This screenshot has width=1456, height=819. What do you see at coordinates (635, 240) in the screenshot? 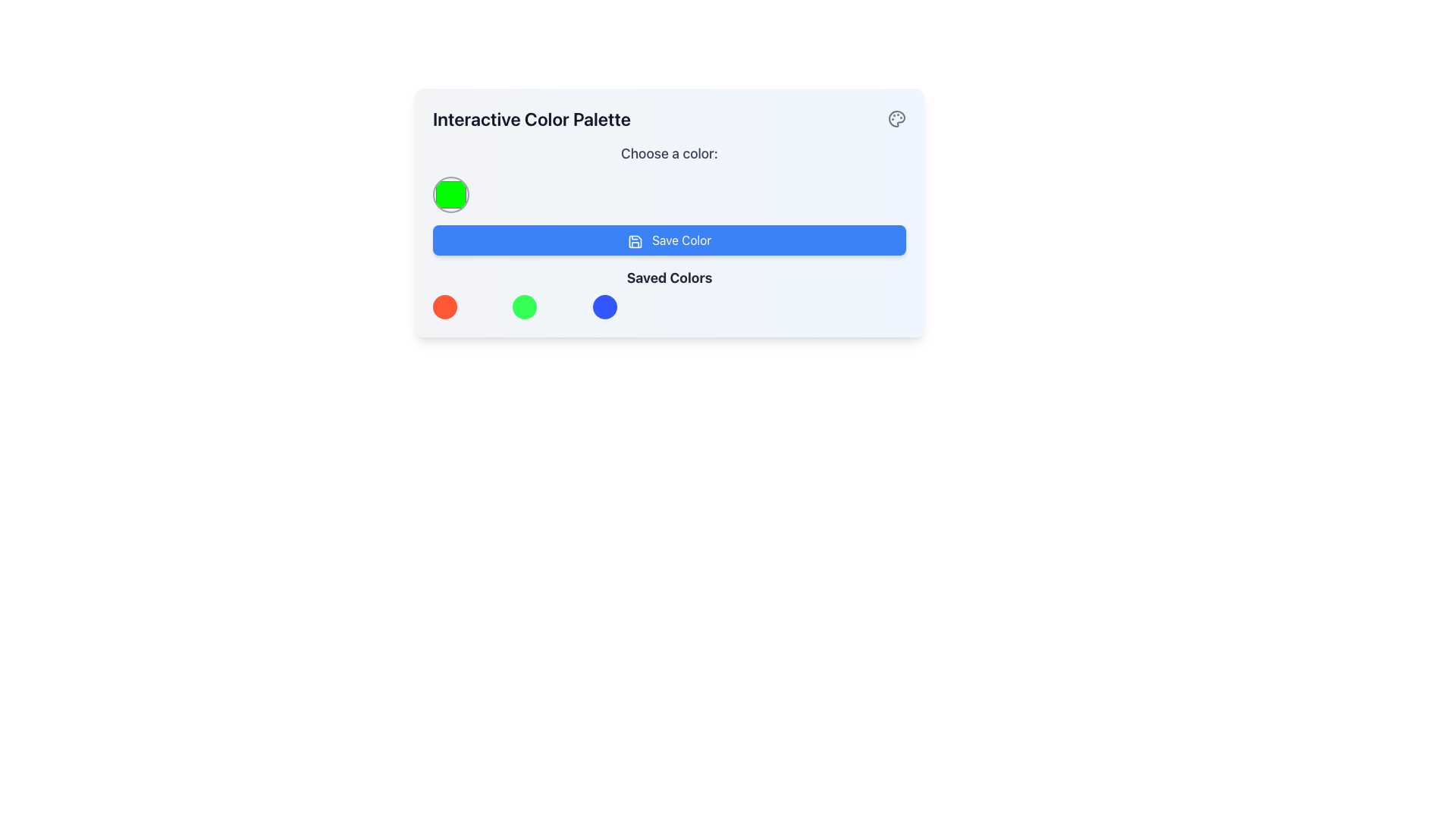
I see `the small document or floppy disk icon located on the left side of the 'Save Color' button` at bounding box center [635, 240].